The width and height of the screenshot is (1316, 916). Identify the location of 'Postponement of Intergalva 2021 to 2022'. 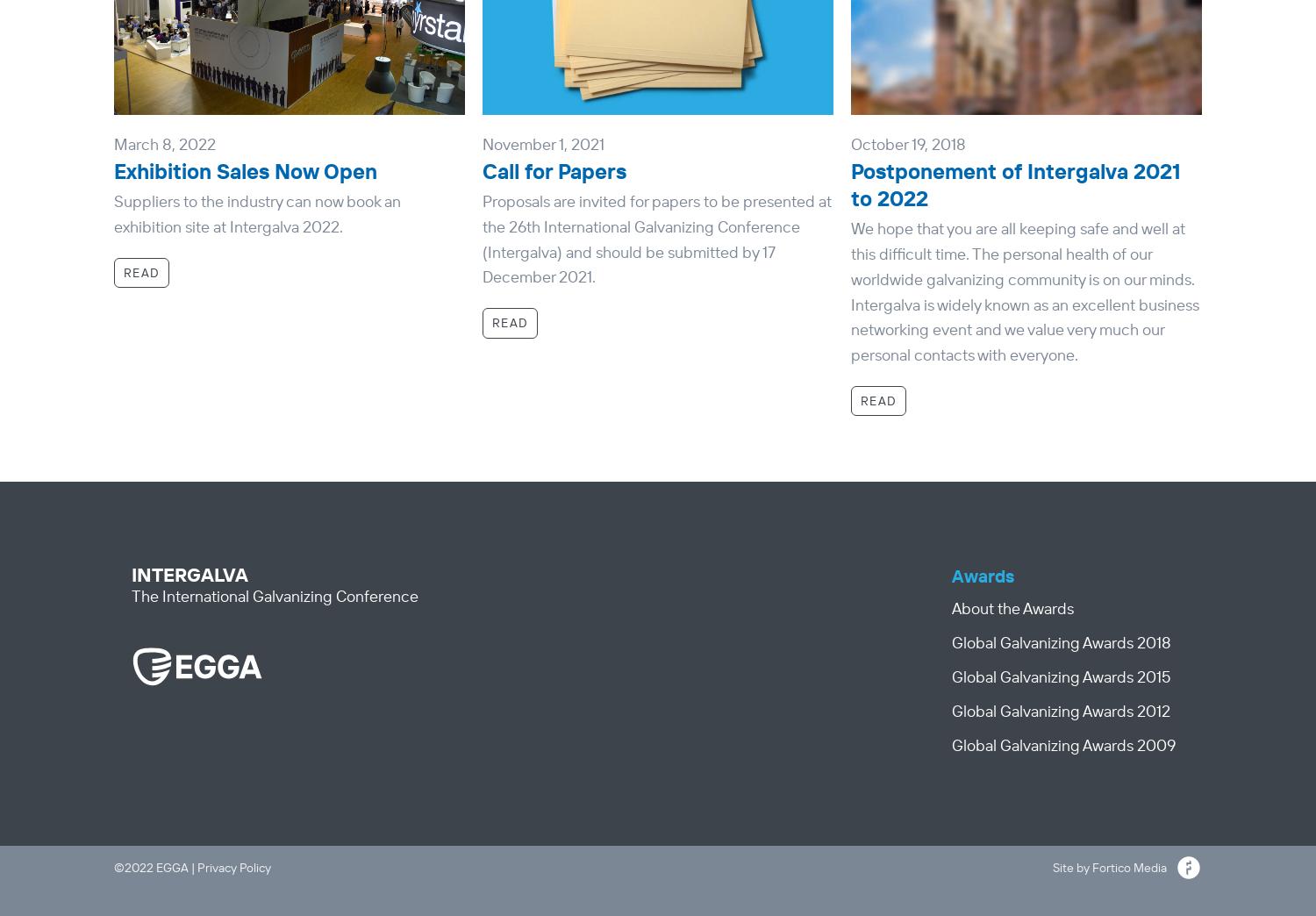
(1015, 183).